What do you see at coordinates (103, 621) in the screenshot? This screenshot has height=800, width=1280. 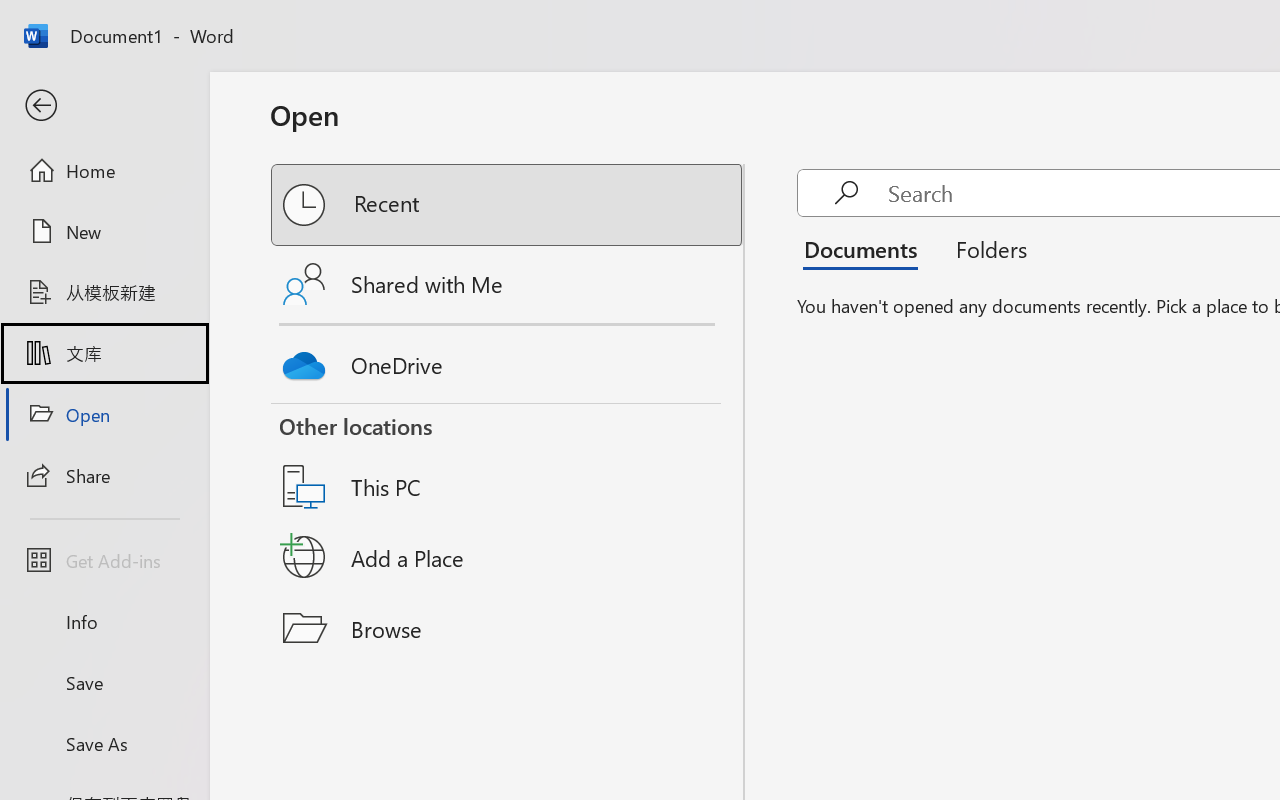 I see `'Info'` at bounding box center [103, 621].